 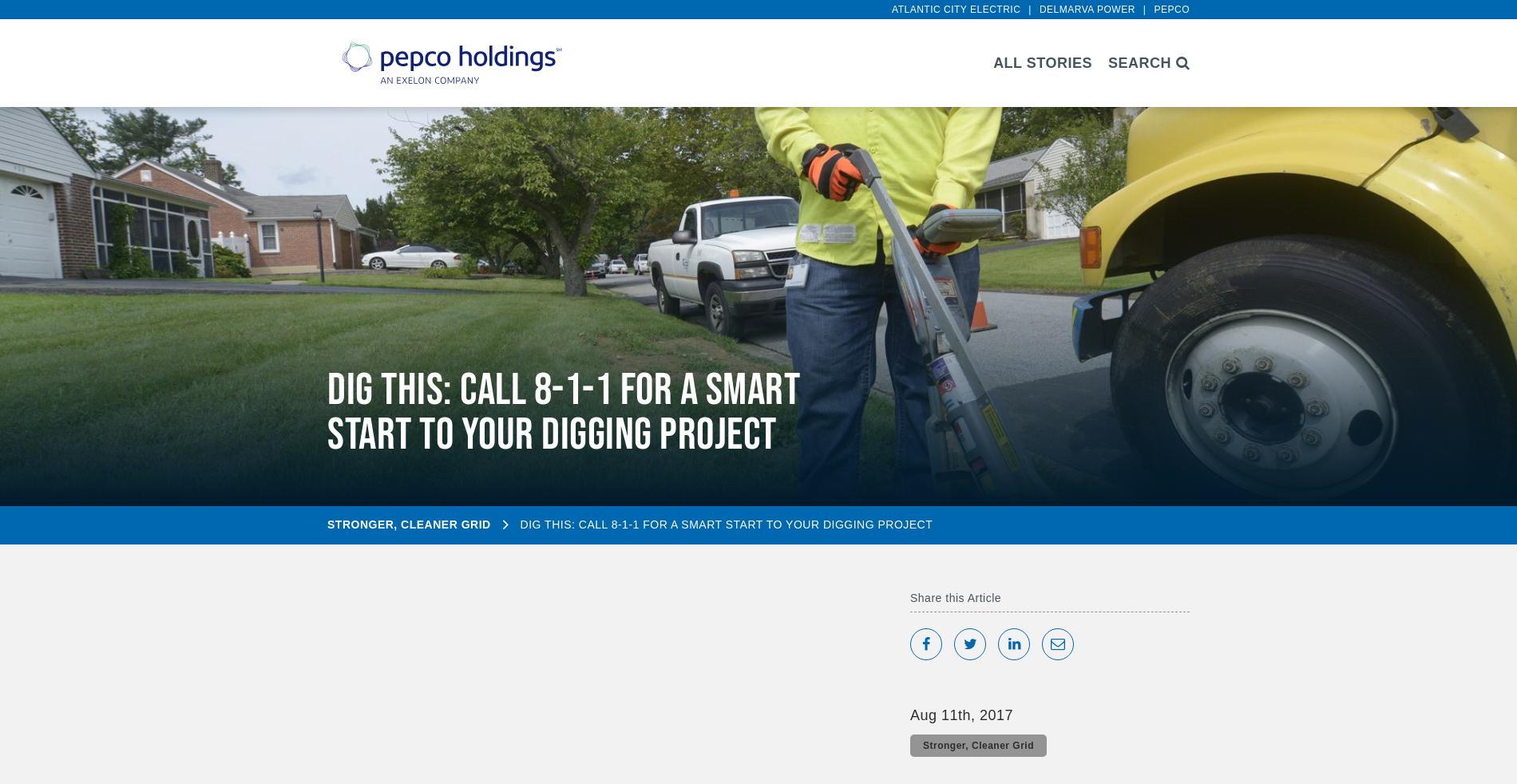 I want to click on 'Aug 11th, 2017', so click(x=961, y=714).